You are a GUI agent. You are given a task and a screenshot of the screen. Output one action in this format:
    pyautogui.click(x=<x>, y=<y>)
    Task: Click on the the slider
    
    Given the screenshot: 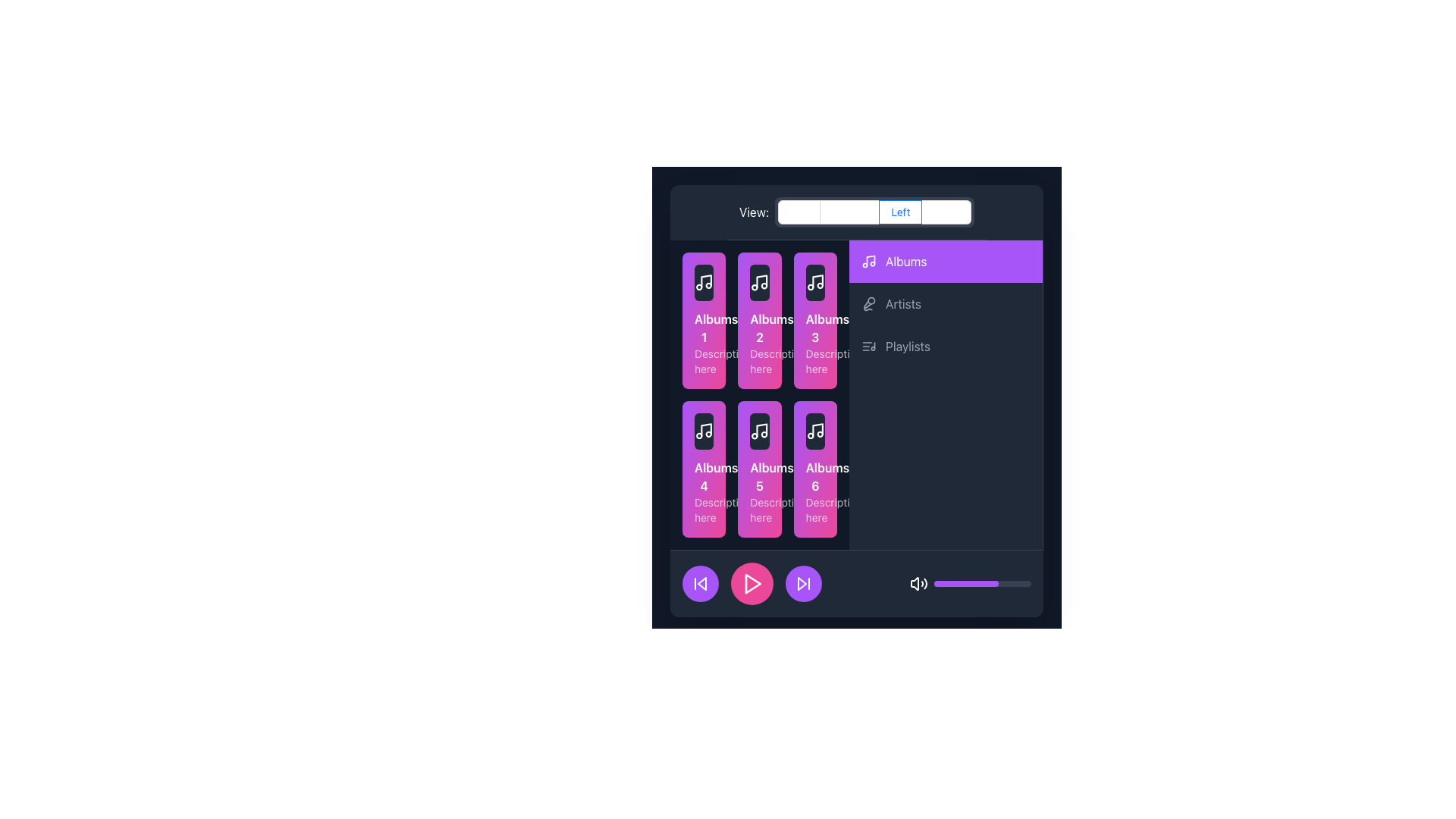 What is the action you would take?
    pyautogui.click(x=1008, y=583)
    